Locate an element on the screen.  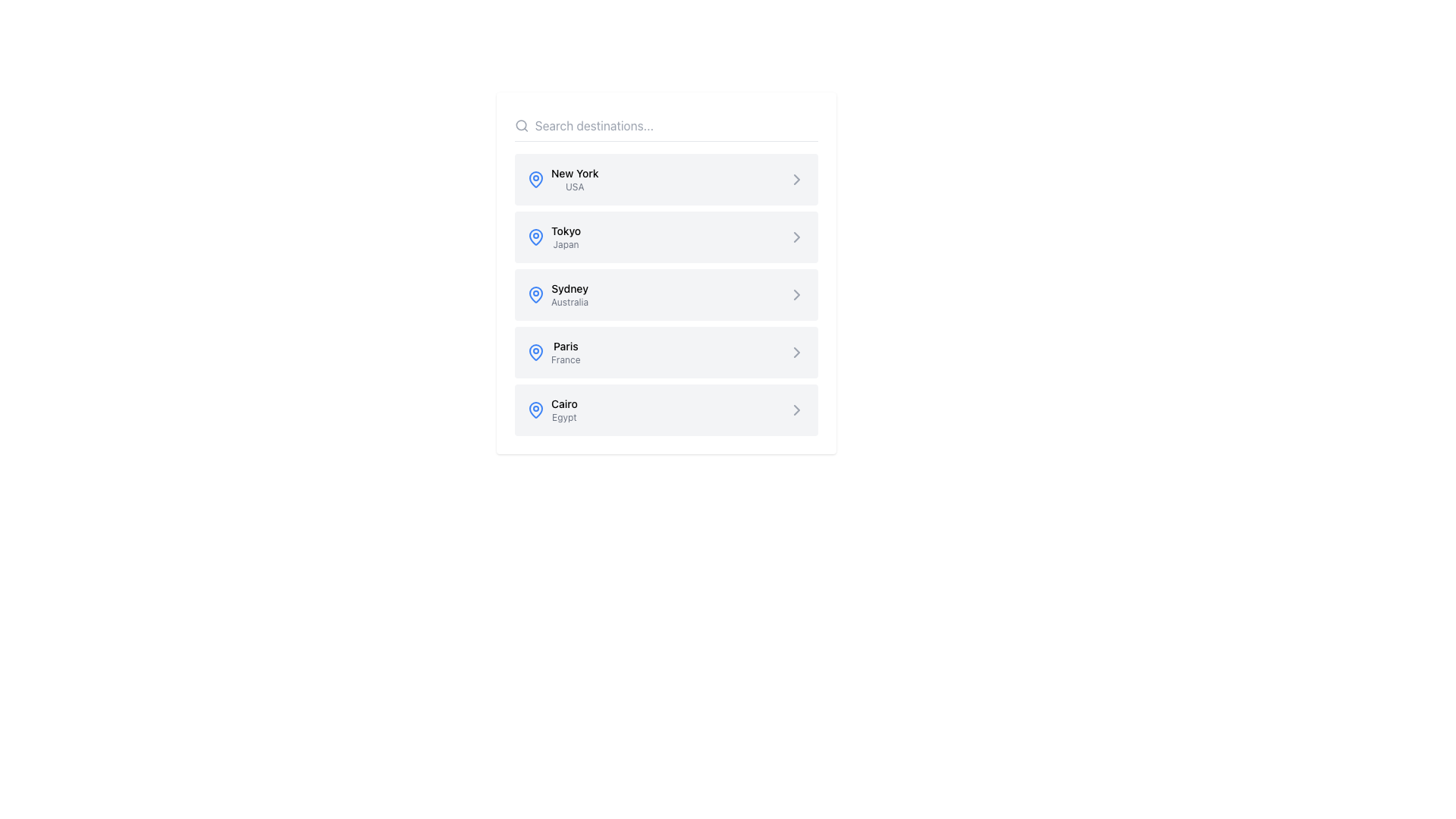
the text label displaying 'Cairo, Egypt' located in the fifth row of the destination list is located at coordinates (563, 409).